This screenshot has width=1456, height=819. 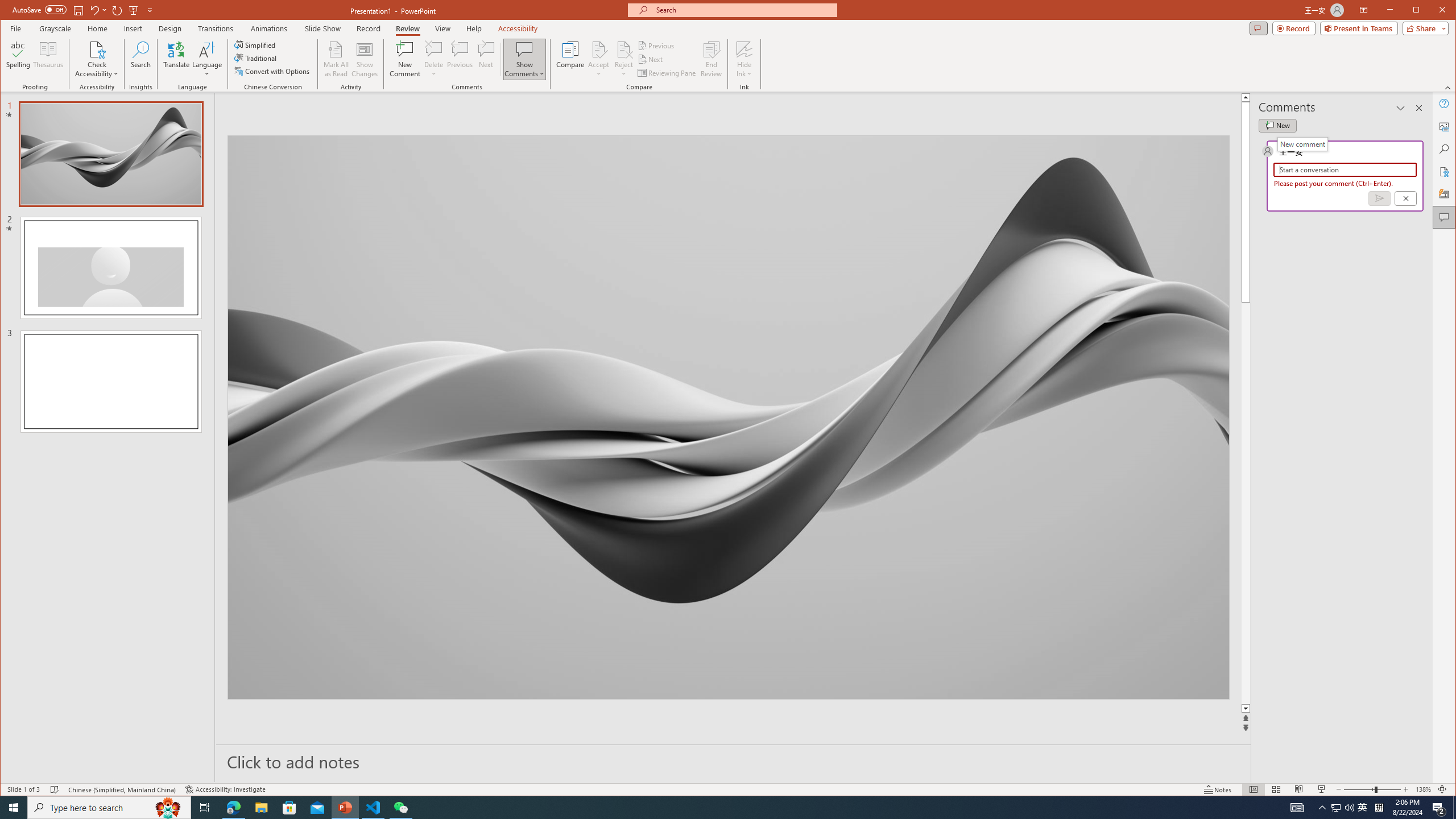 I want to click on 'PowerPoint - 1 running window', so click(x=345, y=806).